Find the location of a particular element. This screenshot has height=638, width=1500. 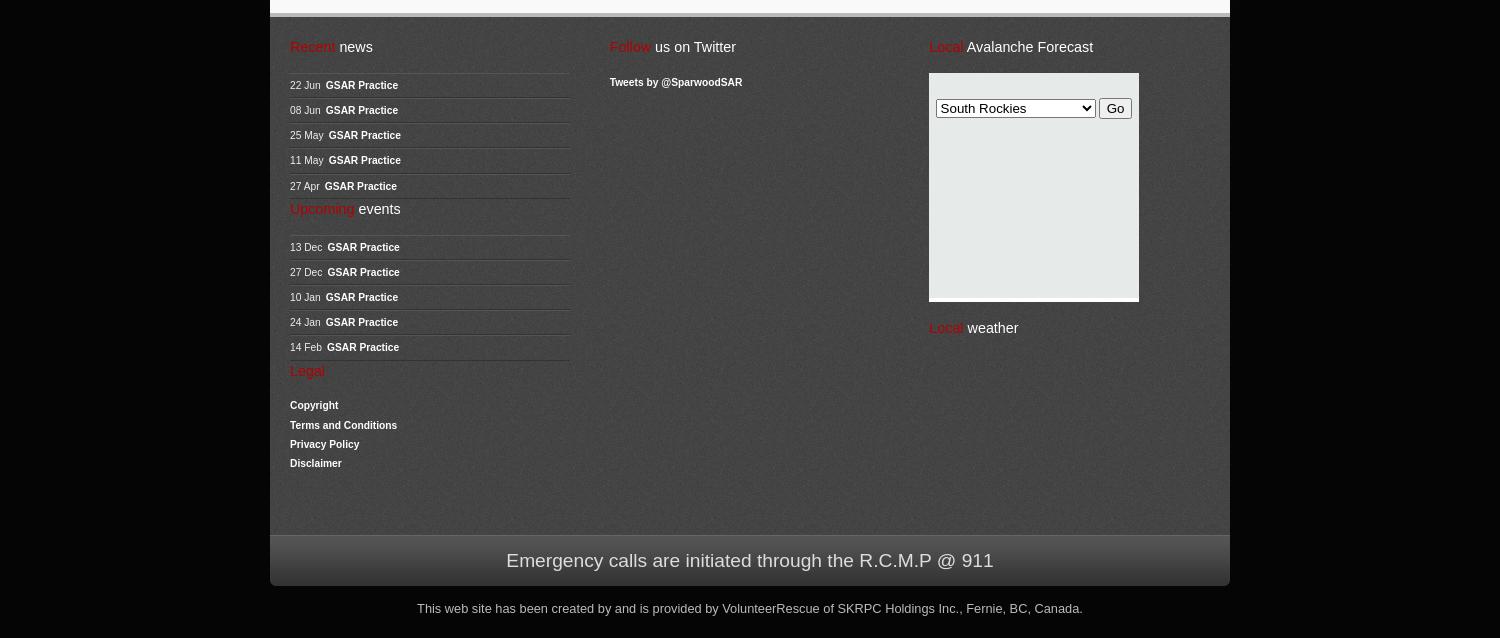

'events' is located at coordinates (376, 206).